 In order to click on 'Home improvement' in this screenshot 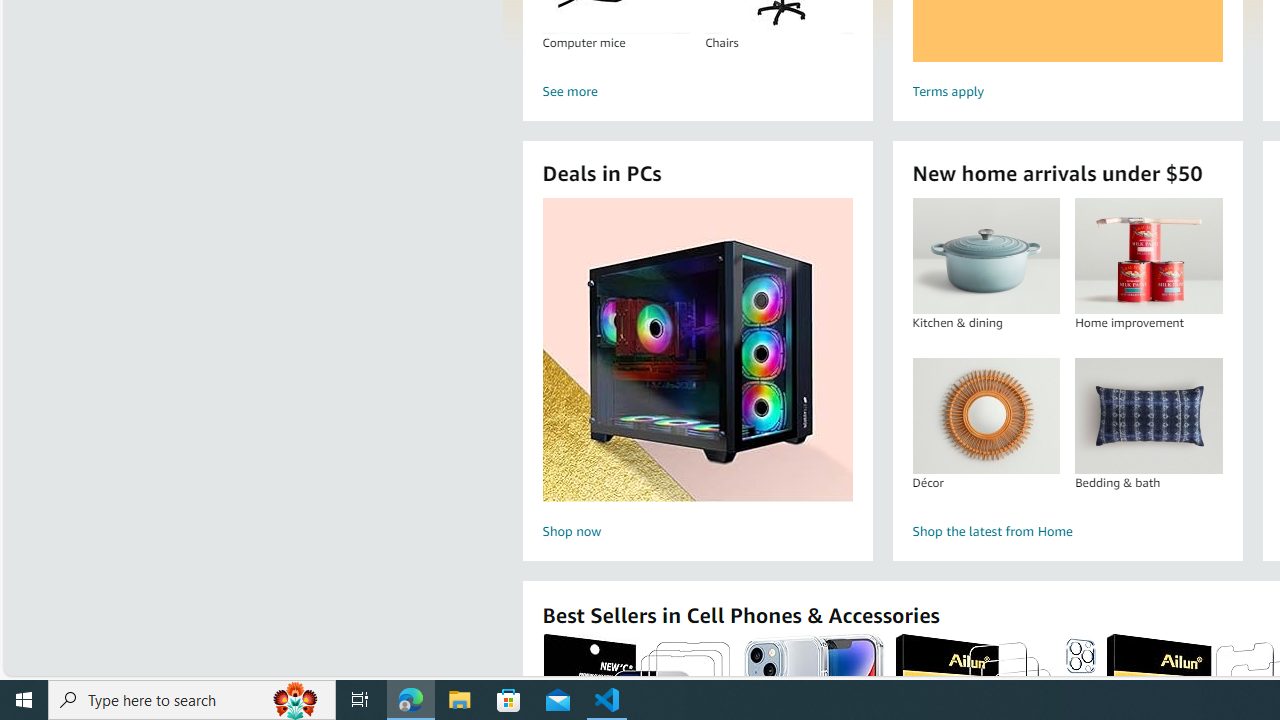, I will do `click(1148, 255)`.